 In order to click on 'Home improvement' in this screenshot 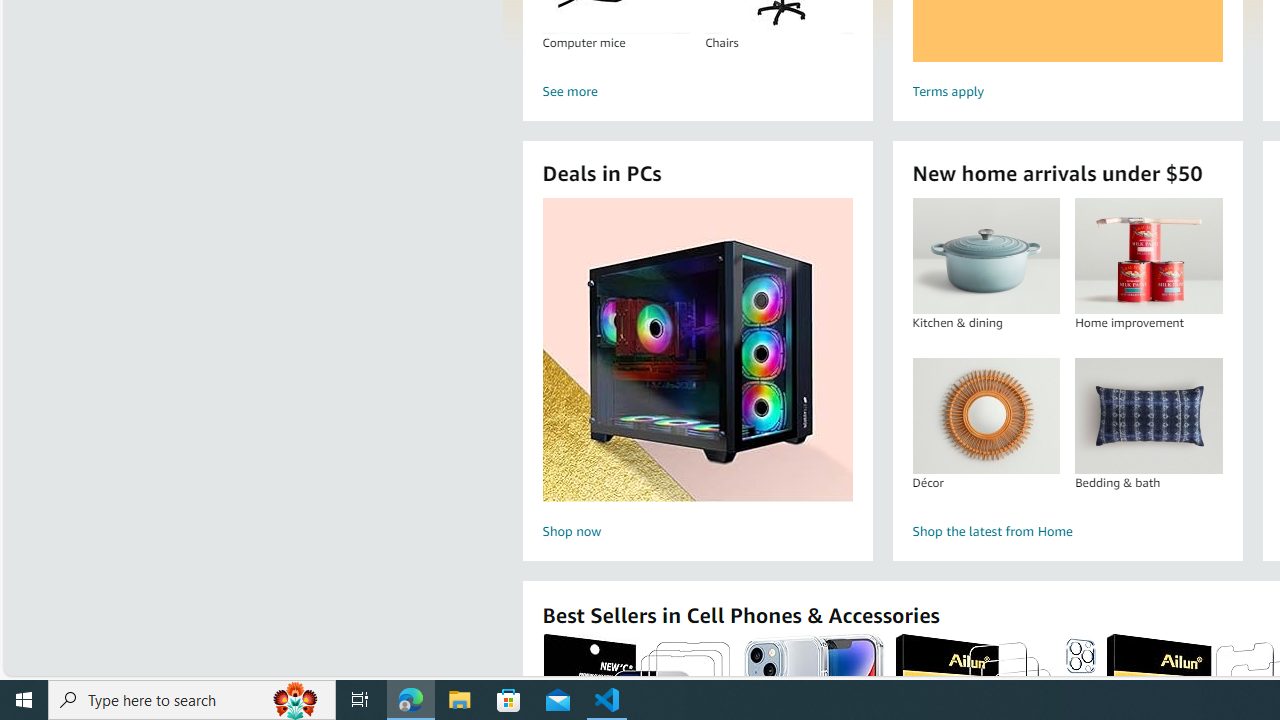, I will do `click(1148, 255)`.